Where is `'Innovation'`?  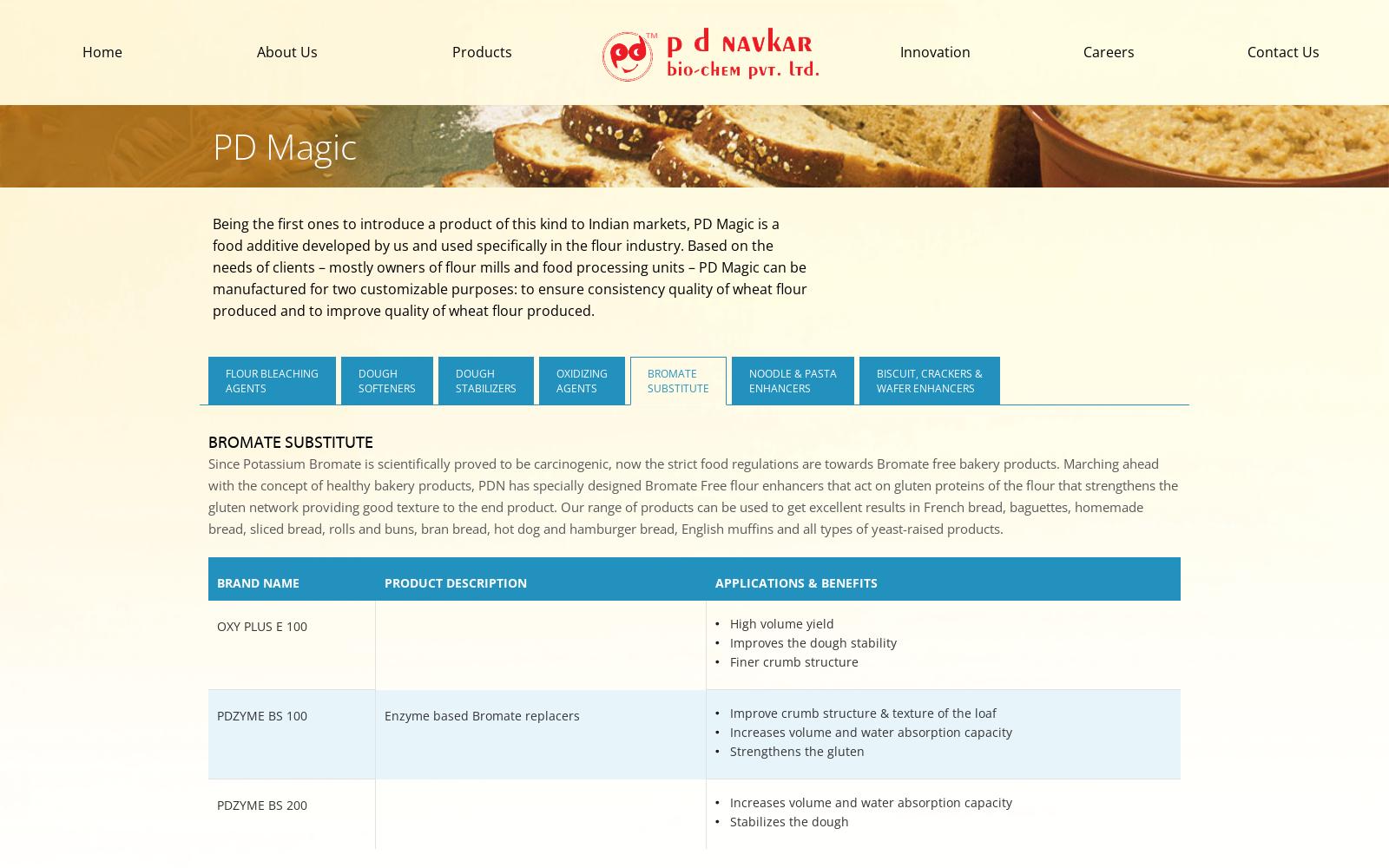
'Innovation' is located at coordinates (935, 52).